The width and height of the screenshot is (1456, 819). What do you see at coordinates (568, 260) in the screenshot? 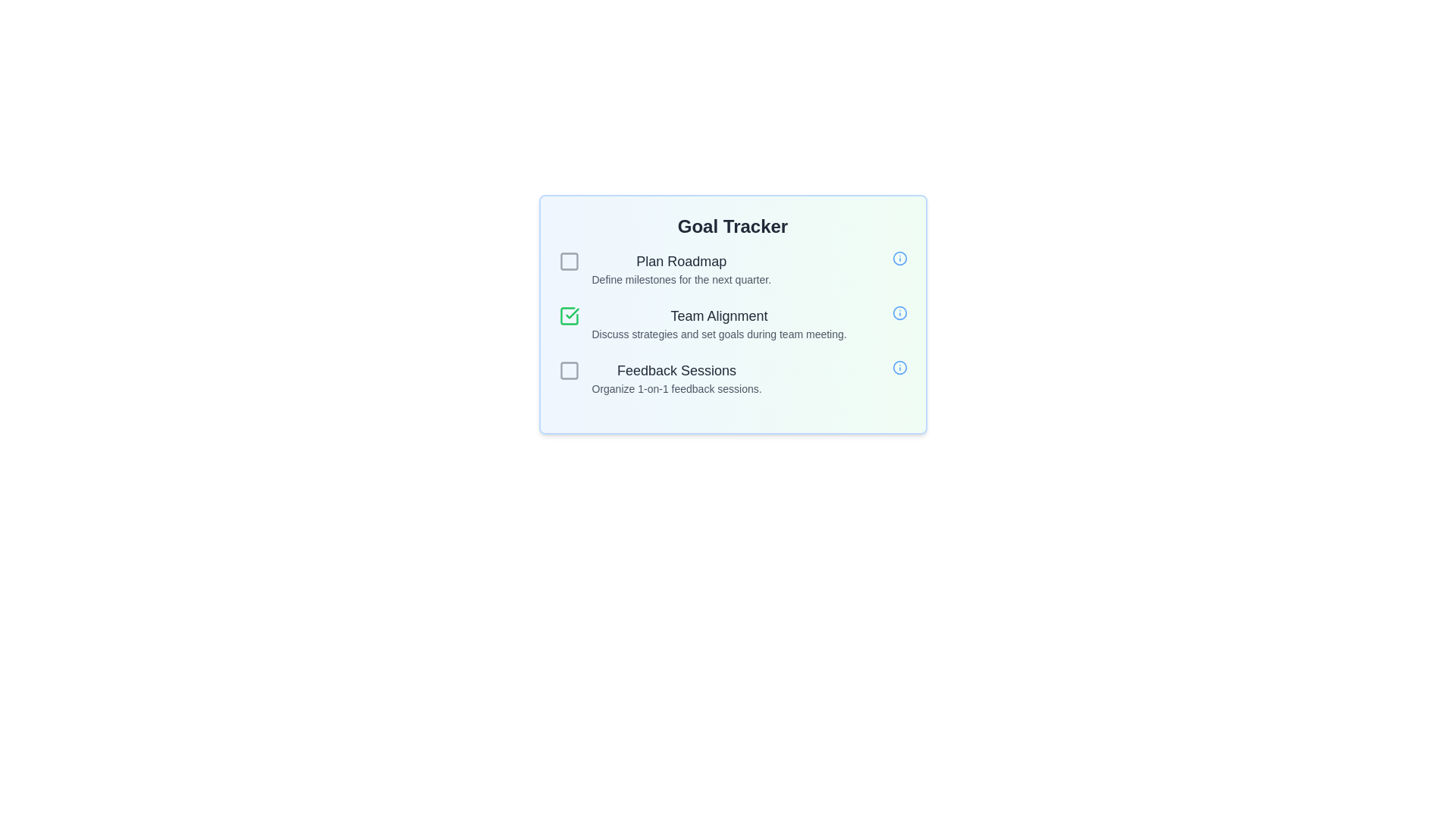
I see `the inactive checkbox for the 'Plan Roadmap' goal` at bounding box center [568, 260].